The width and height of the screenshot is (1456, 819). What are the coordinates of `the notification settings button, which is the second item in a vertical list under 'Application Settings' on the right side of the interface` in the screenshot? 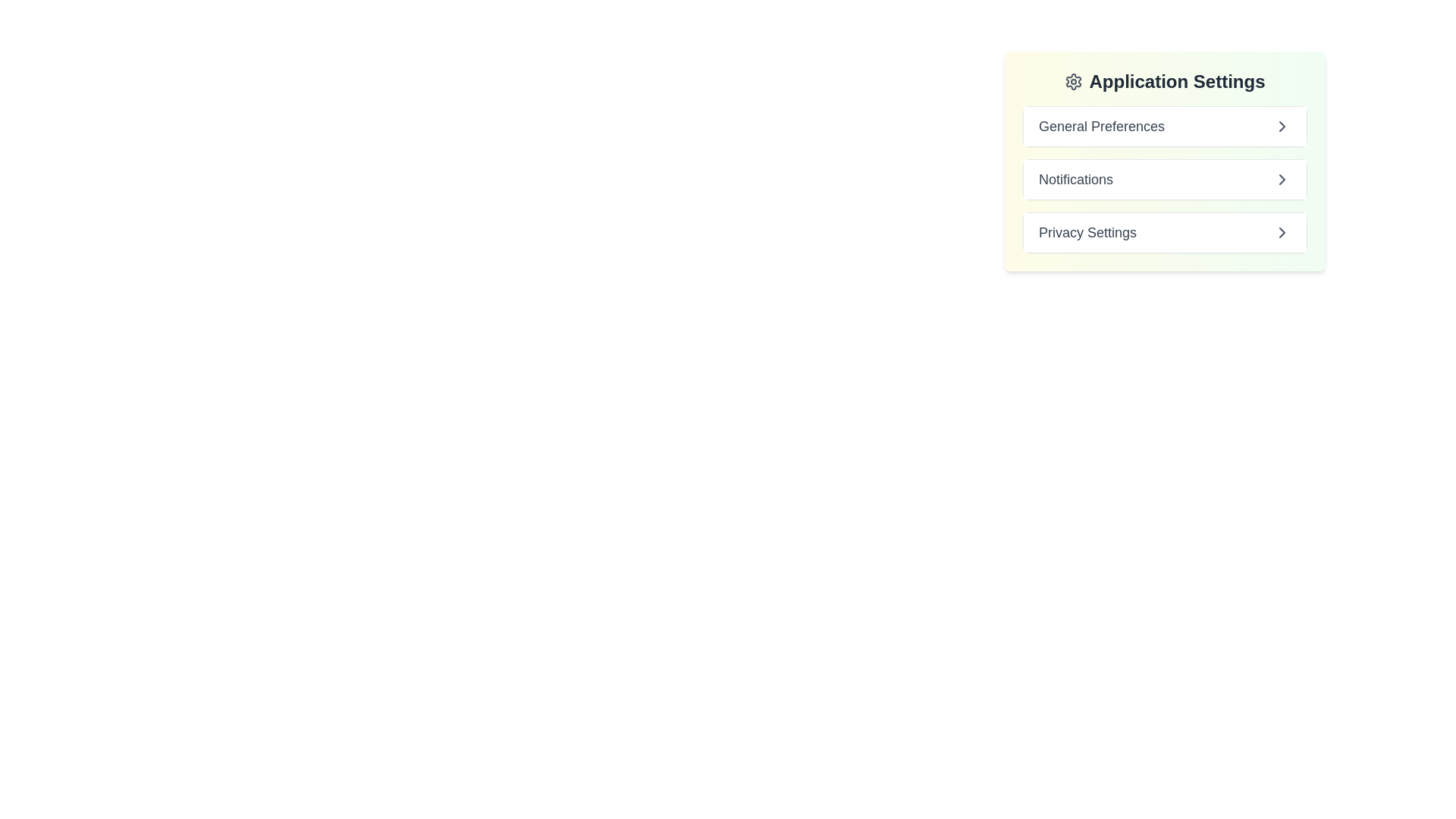 It's located at (1164, 178).